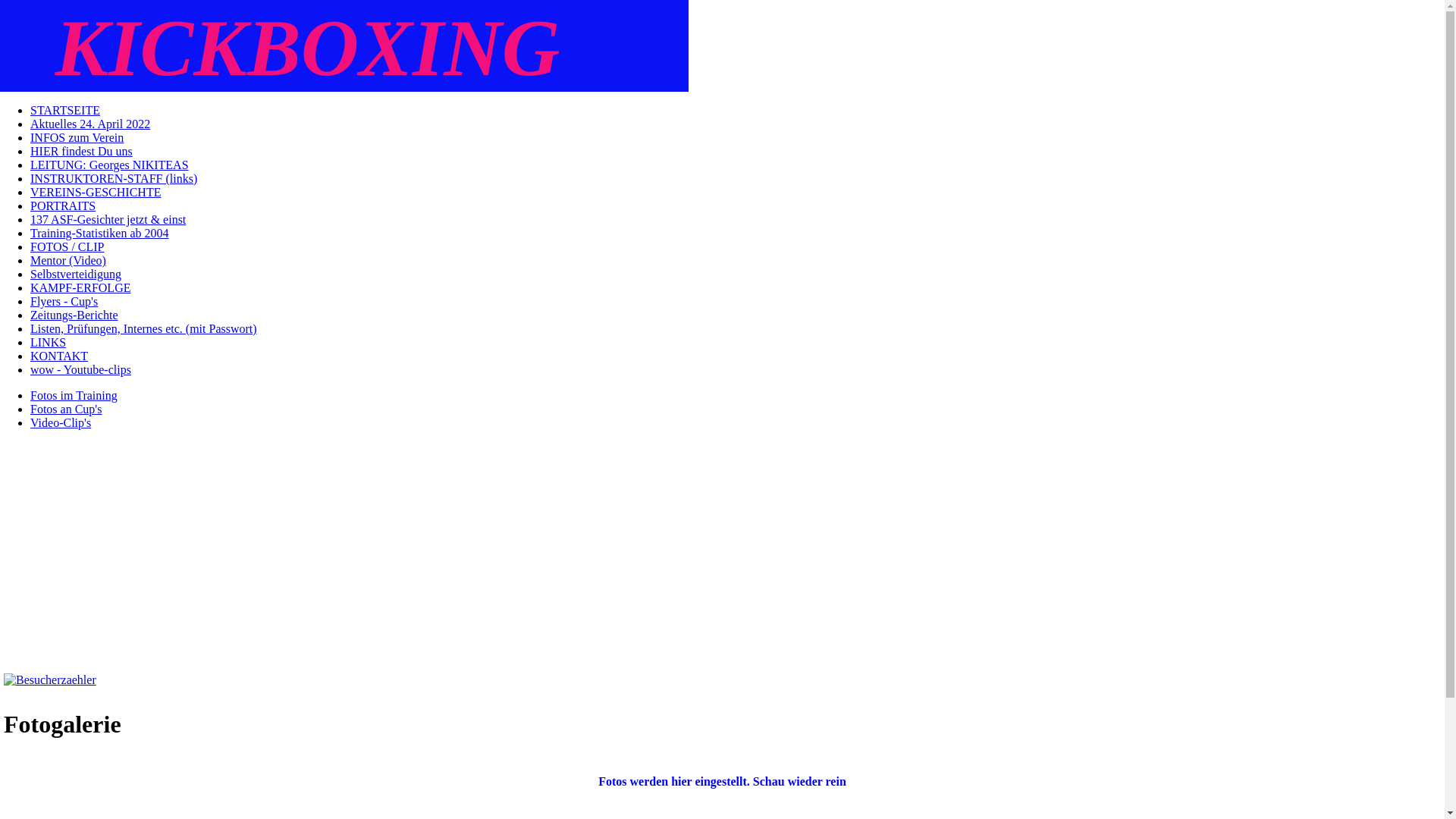  Describe the element at coordinates (112, 177) in the screenshot. I see `'INSTRUKTOREN-STAFF (links)'` at that location.